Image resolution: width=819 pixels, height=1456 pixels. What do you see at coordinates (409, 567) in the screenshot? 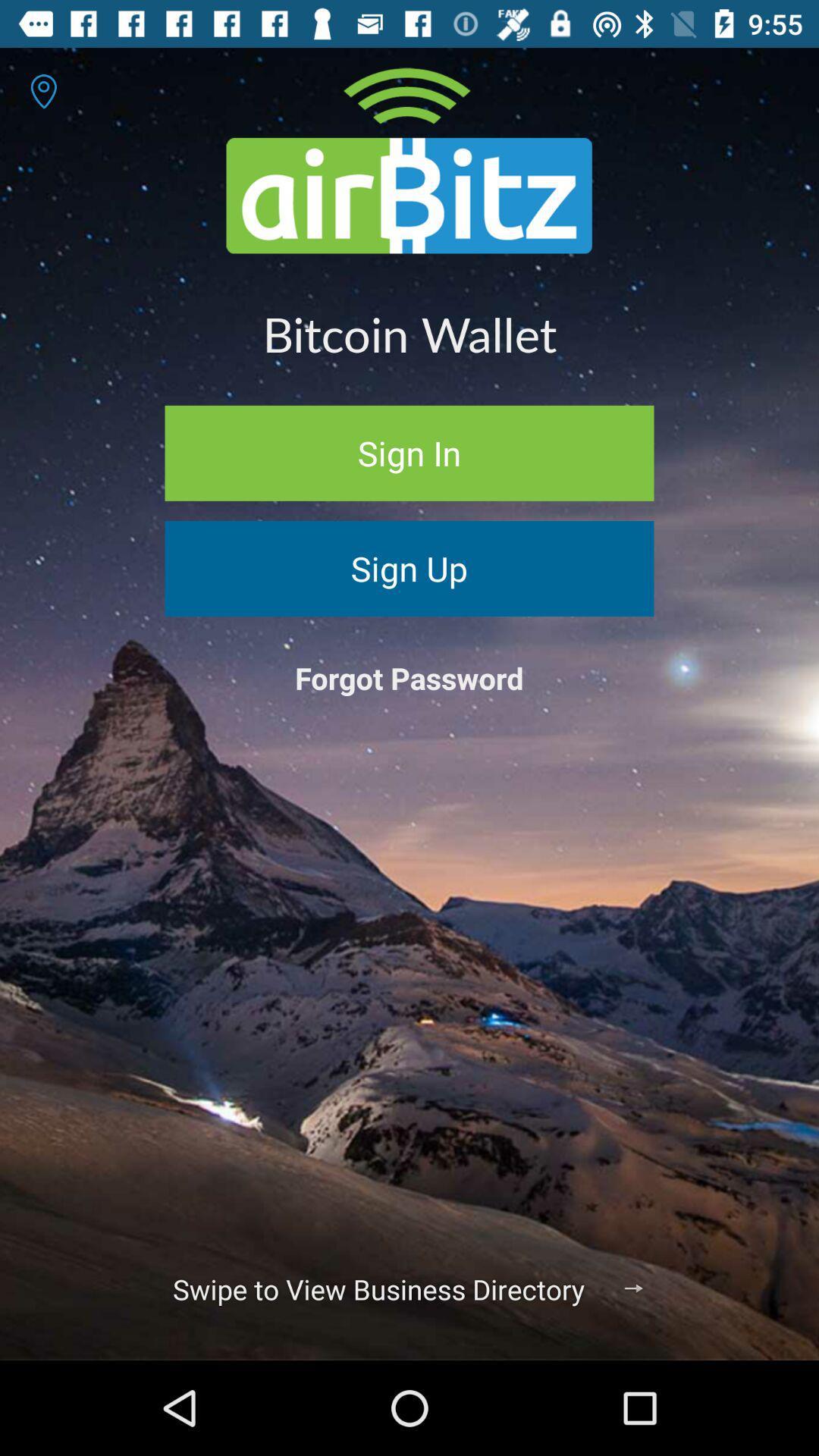
I see `the item below sign in icon` at bounding box center [409, 567].